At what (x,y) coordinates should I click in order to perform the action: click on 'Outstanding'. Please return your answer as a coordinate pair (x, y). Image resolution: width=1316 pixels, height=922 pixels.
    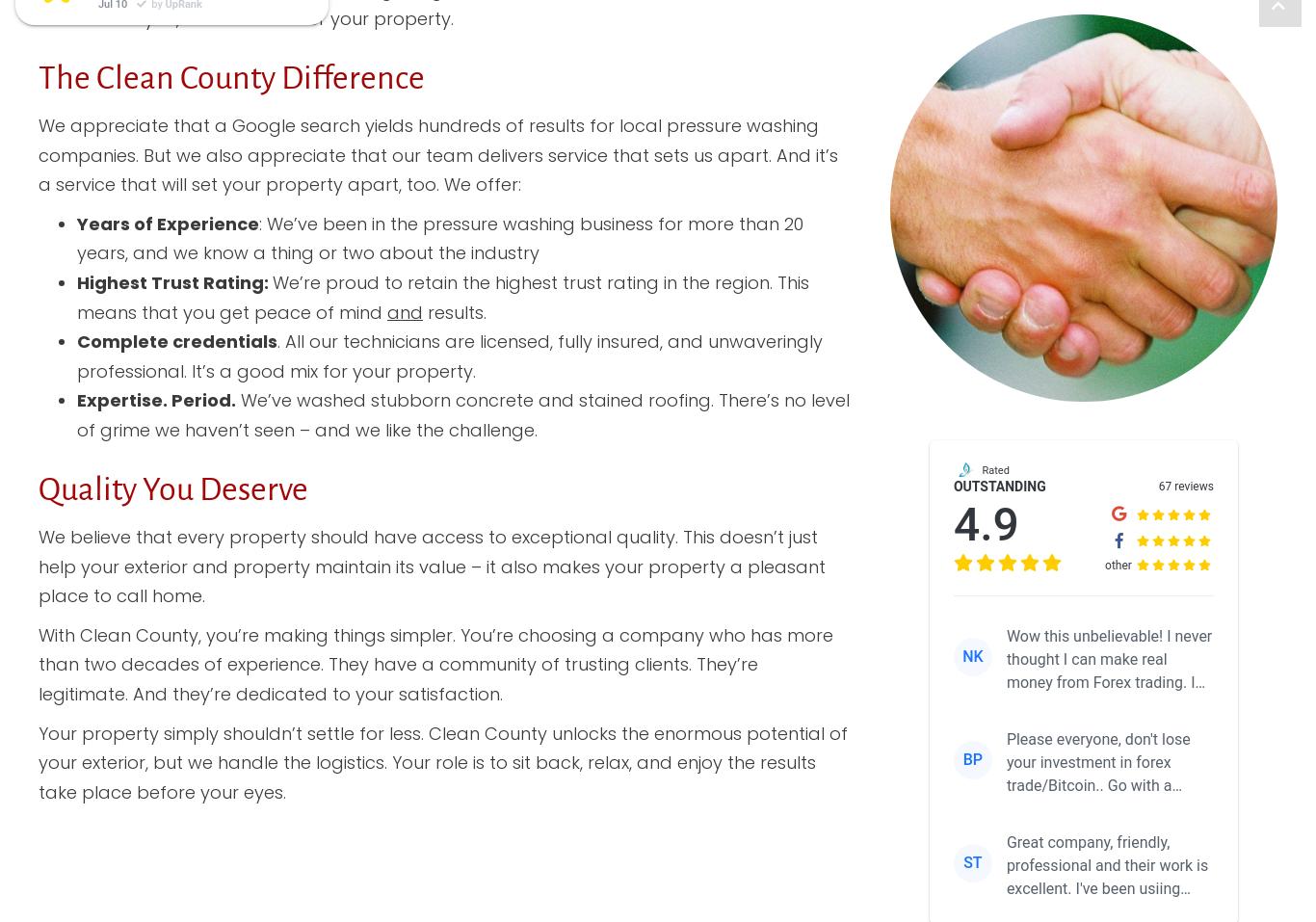
    Looking at the image, I should click on (998, 485).